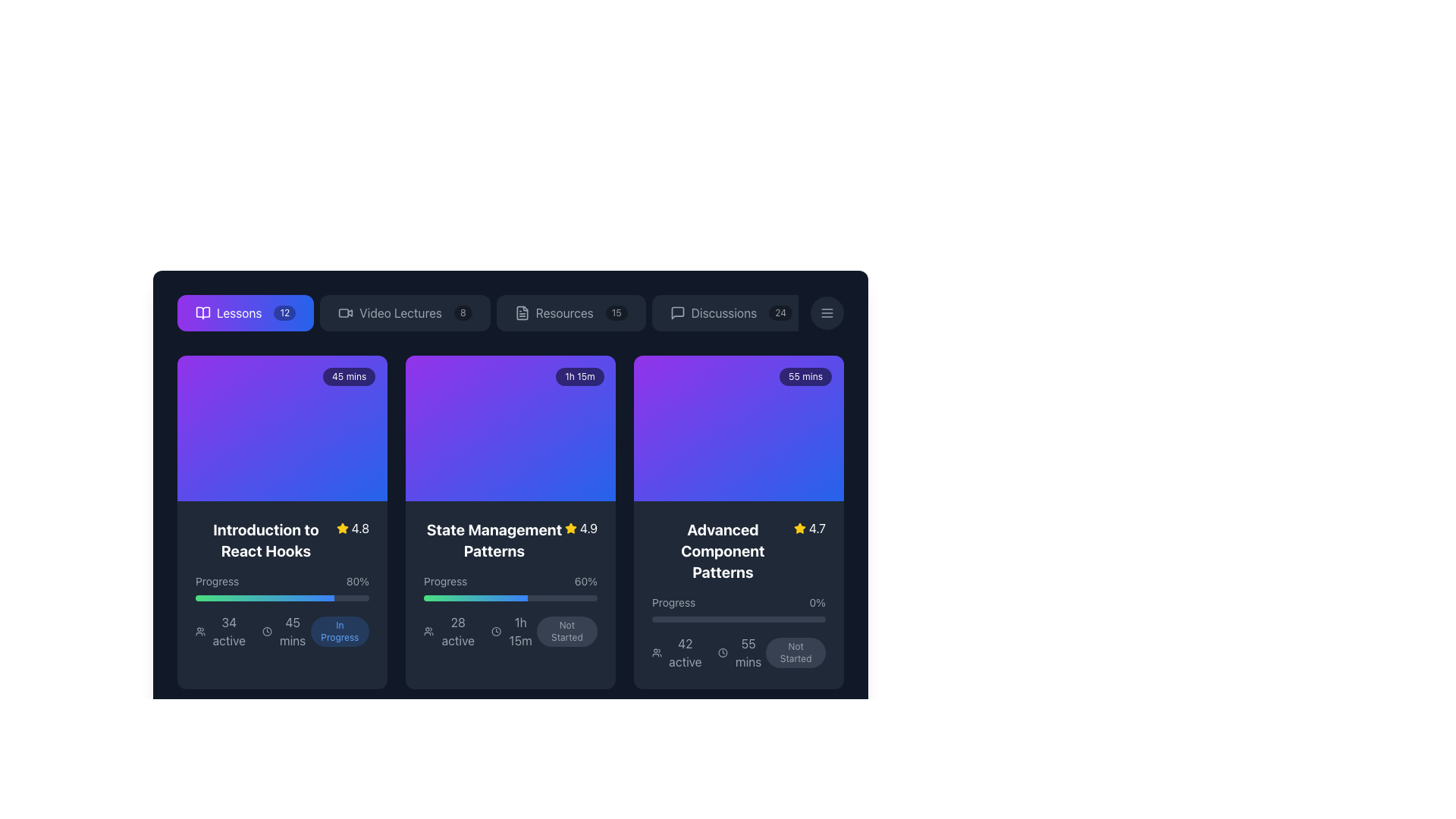  What do you see at coordinates (739, 651) in the screenshot?
I see `the informative group of labels displaying active users, time duration, and current state of the component at the bottom-right section of the 'Advanced Component Patterns' card` at bounding box center [739, 651].